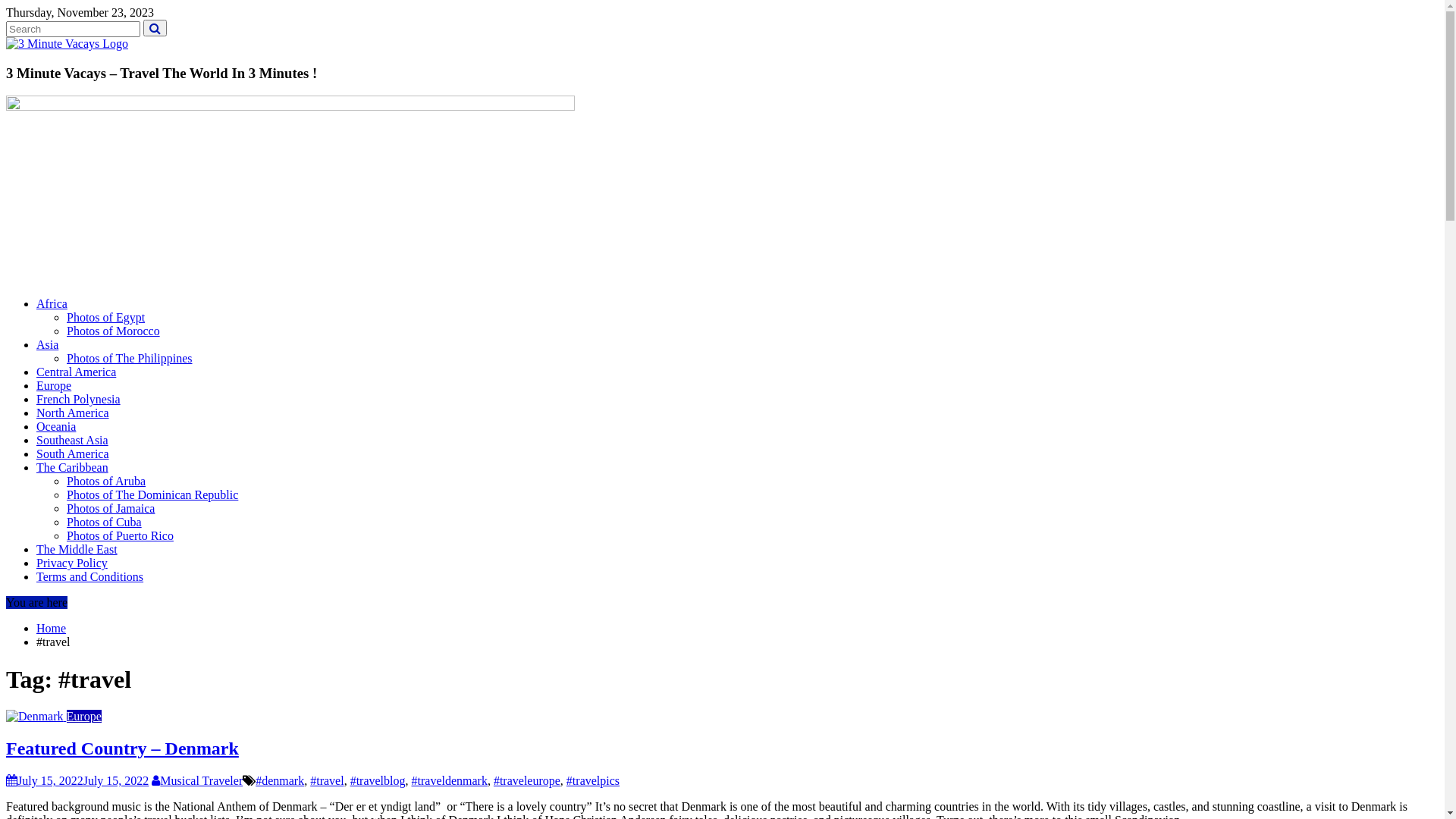  What do you see at coordinates (72, 413) in the screenshot?
I see `'North America'` at bounding box center [72, 413].